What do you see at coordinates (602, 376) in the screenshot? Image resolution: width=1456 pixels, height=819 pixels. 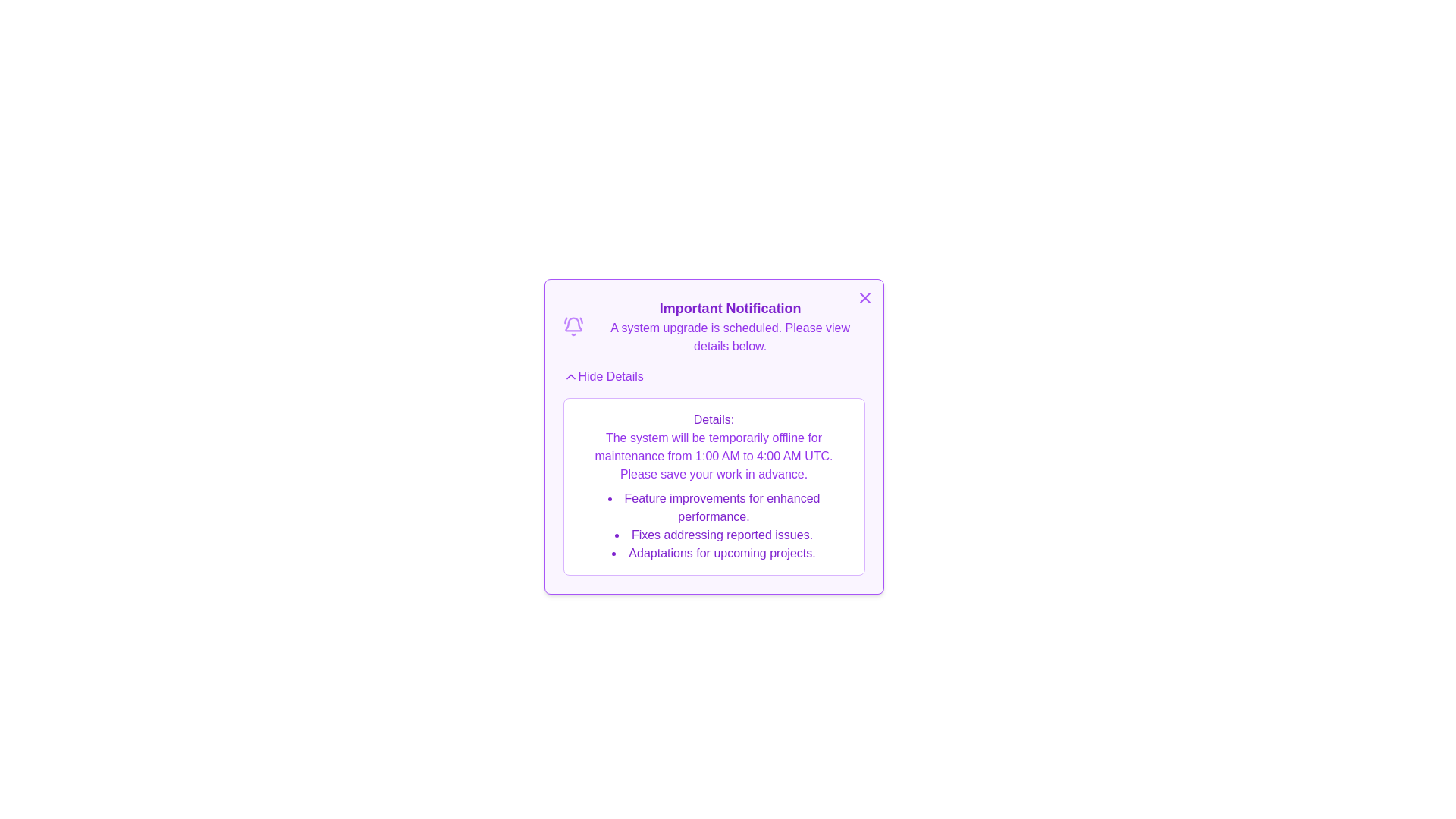 I see `the 'Hide Details' button to toggle the visibility of the details` at bounding box center [602, 376].